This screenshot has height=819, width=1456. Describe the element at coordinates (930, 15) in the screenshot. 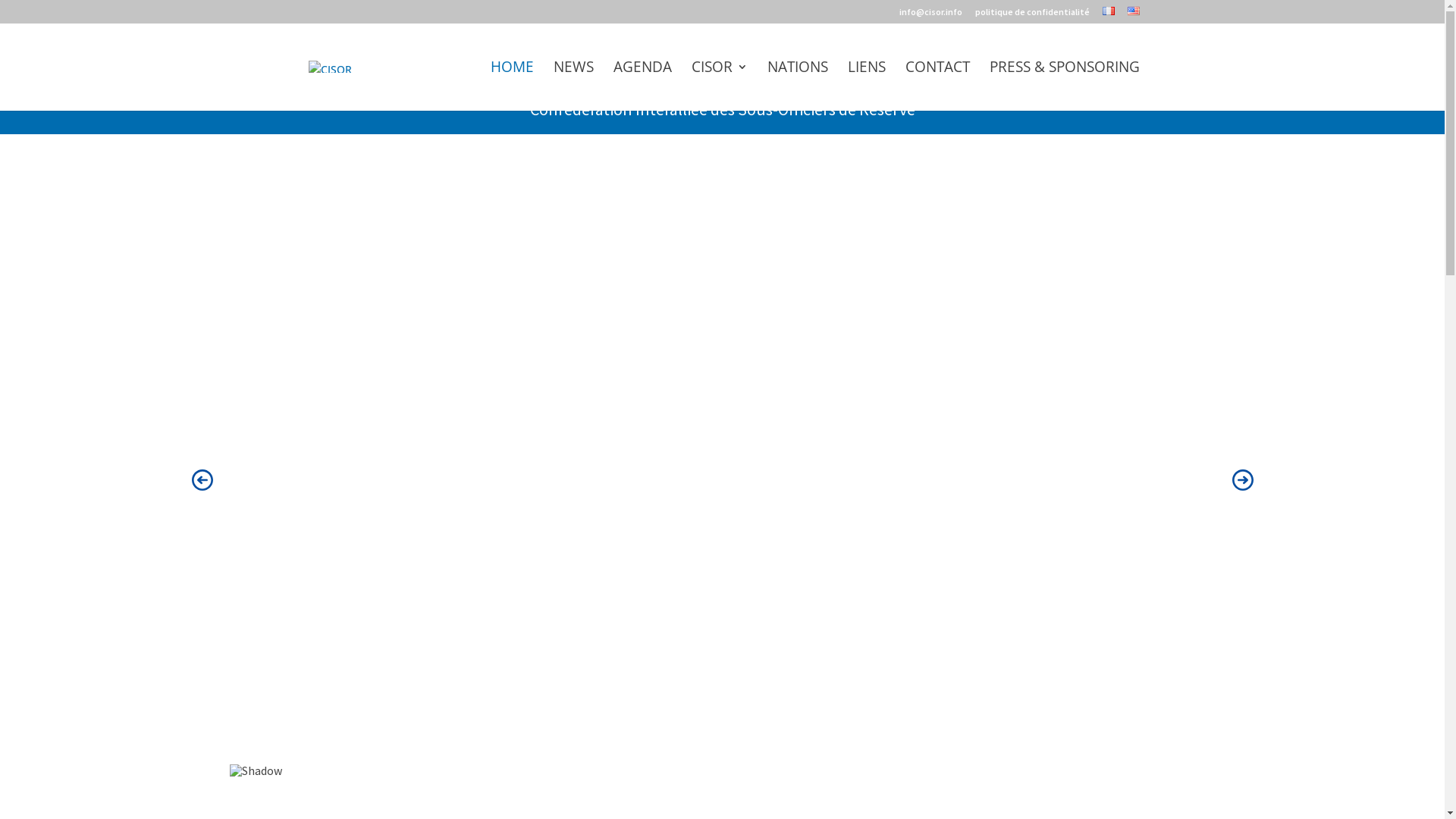

I see `'info@cisor.info'` at that location.